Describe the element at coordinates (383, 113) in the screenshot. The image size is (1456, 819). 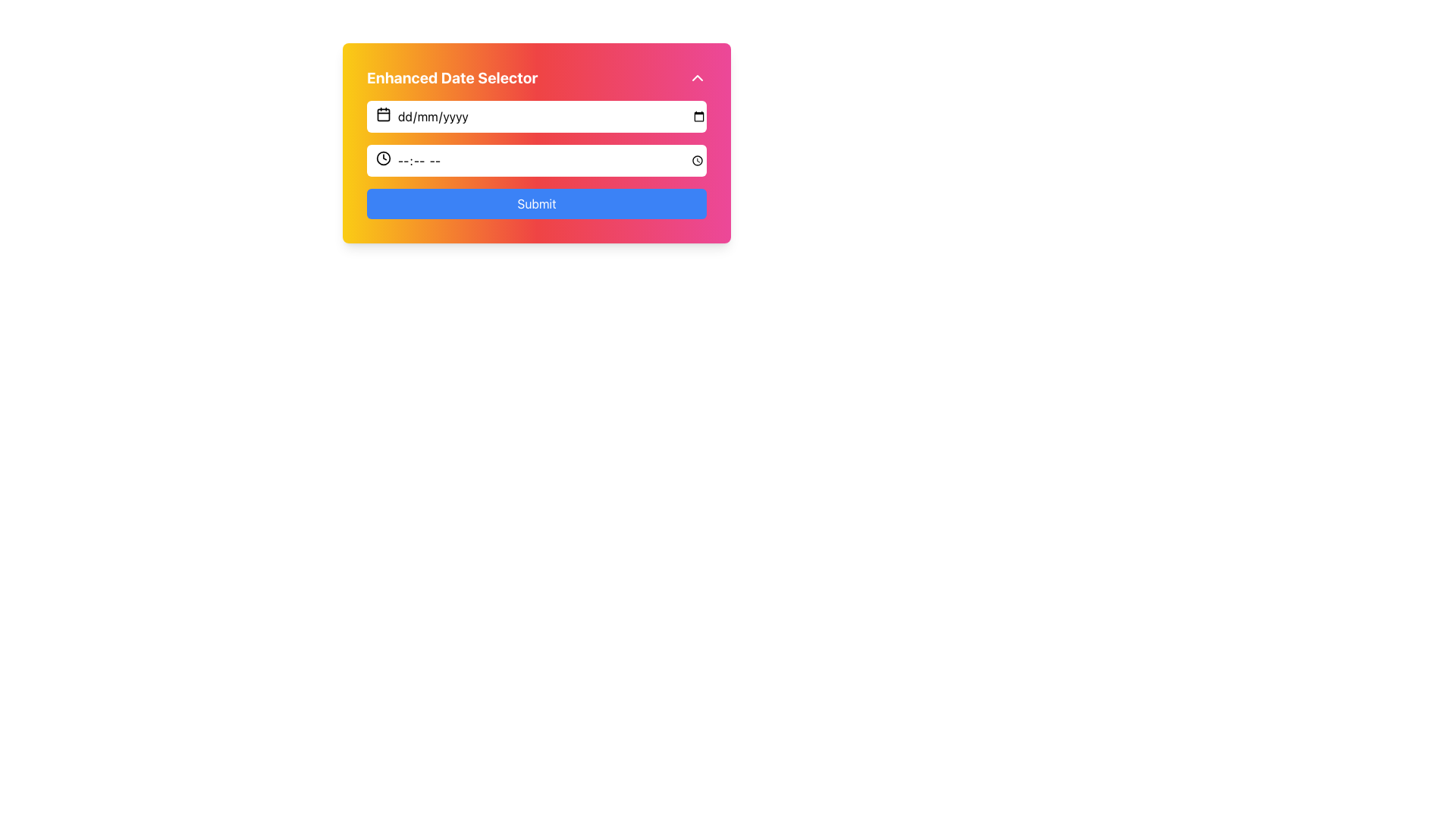
I see `the SVG calendar icon located to the left of the date input field` at that location.